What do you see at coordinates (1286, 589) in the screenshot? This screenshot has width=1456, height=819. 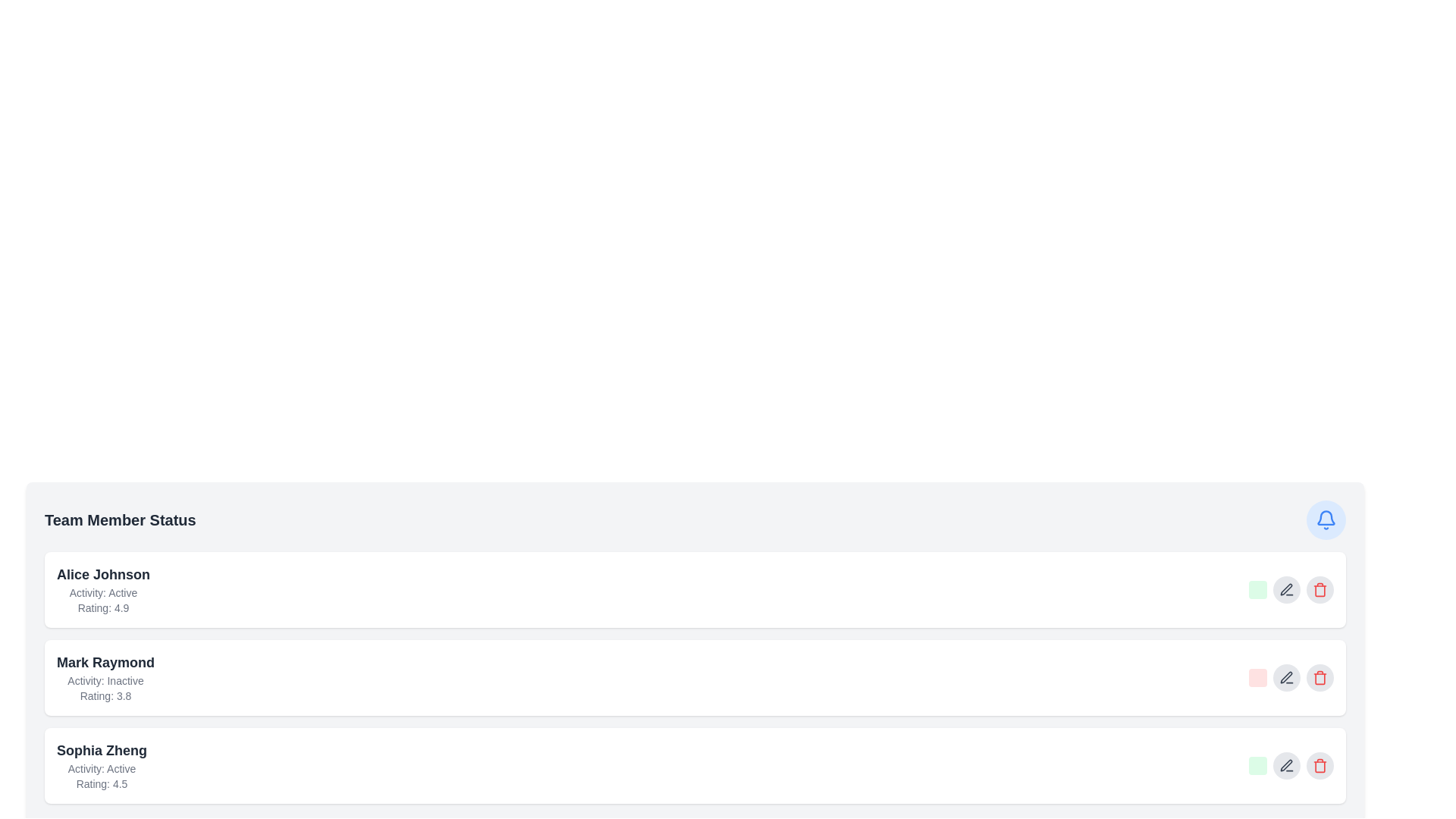 I see `the circular icon button with a gray background and a pen symbol in the center, located in the first row of a list, and positioned between a status indicator and a trash icon, to trigger the hover state` at bounding box center [1286, 589].